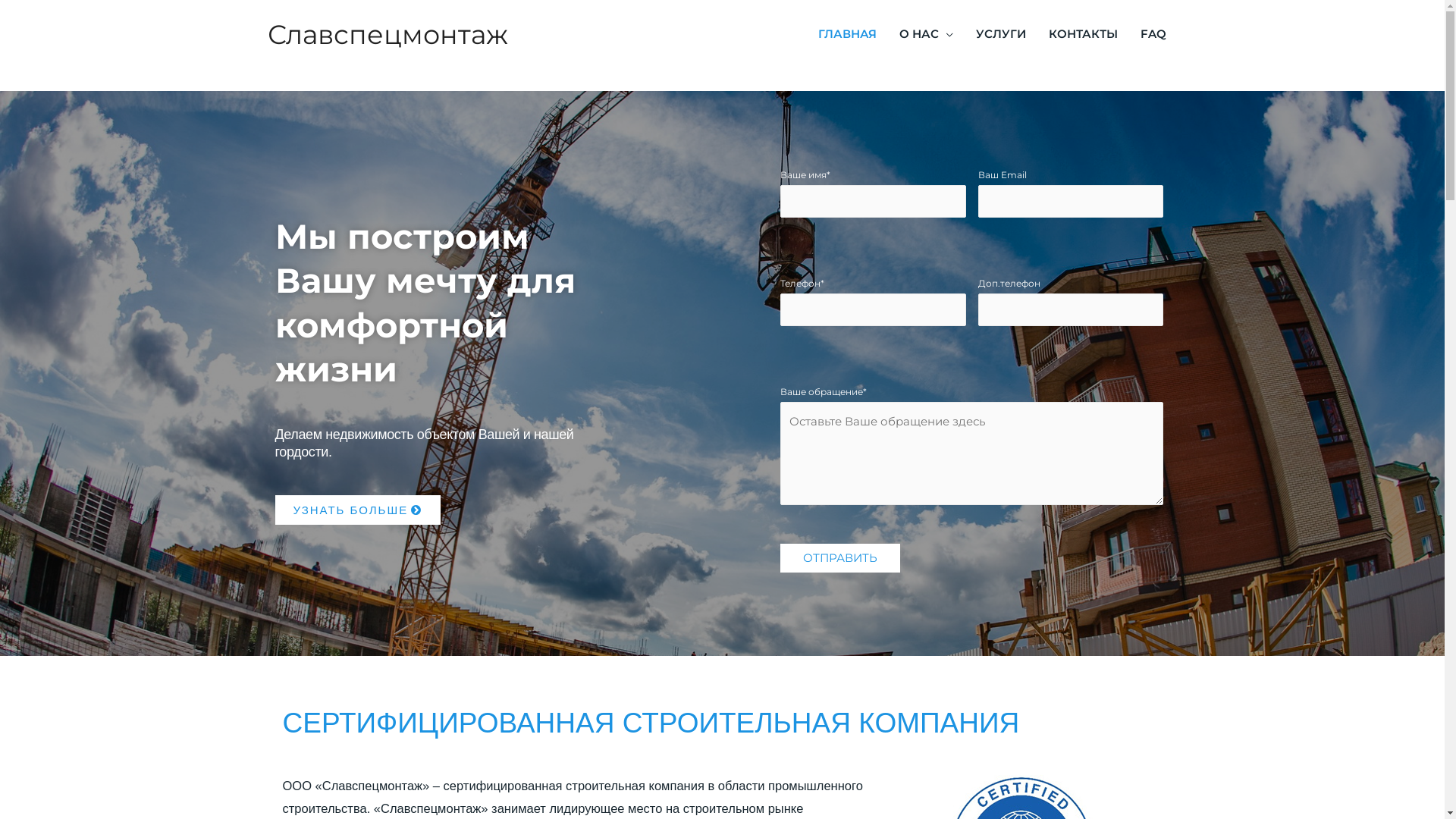 This screenshot has width=1456, height=819. What do you see at coordinates (1153, 34) in the screenshot?
I see `'FAQ'` at bounding box center [1153, 34].